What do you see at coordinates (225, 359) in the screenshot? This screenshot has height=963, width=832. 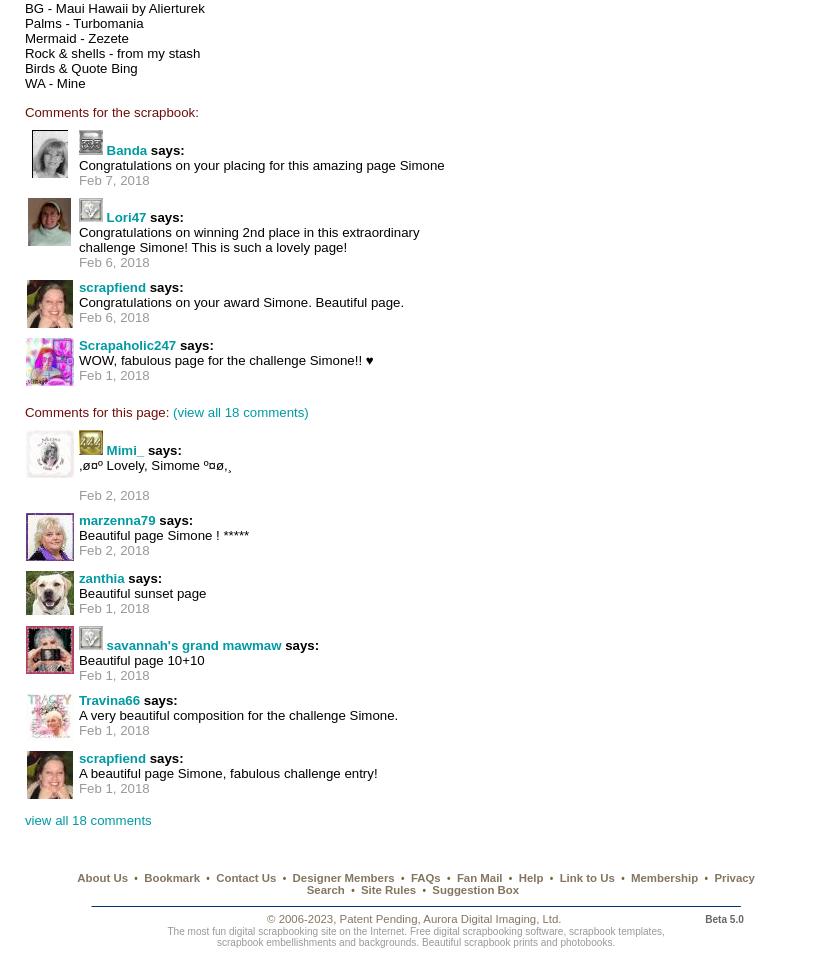 I see `'WOW, fabulous page for the challenge Simone!! ♥'` at bounding box center [225, 359].